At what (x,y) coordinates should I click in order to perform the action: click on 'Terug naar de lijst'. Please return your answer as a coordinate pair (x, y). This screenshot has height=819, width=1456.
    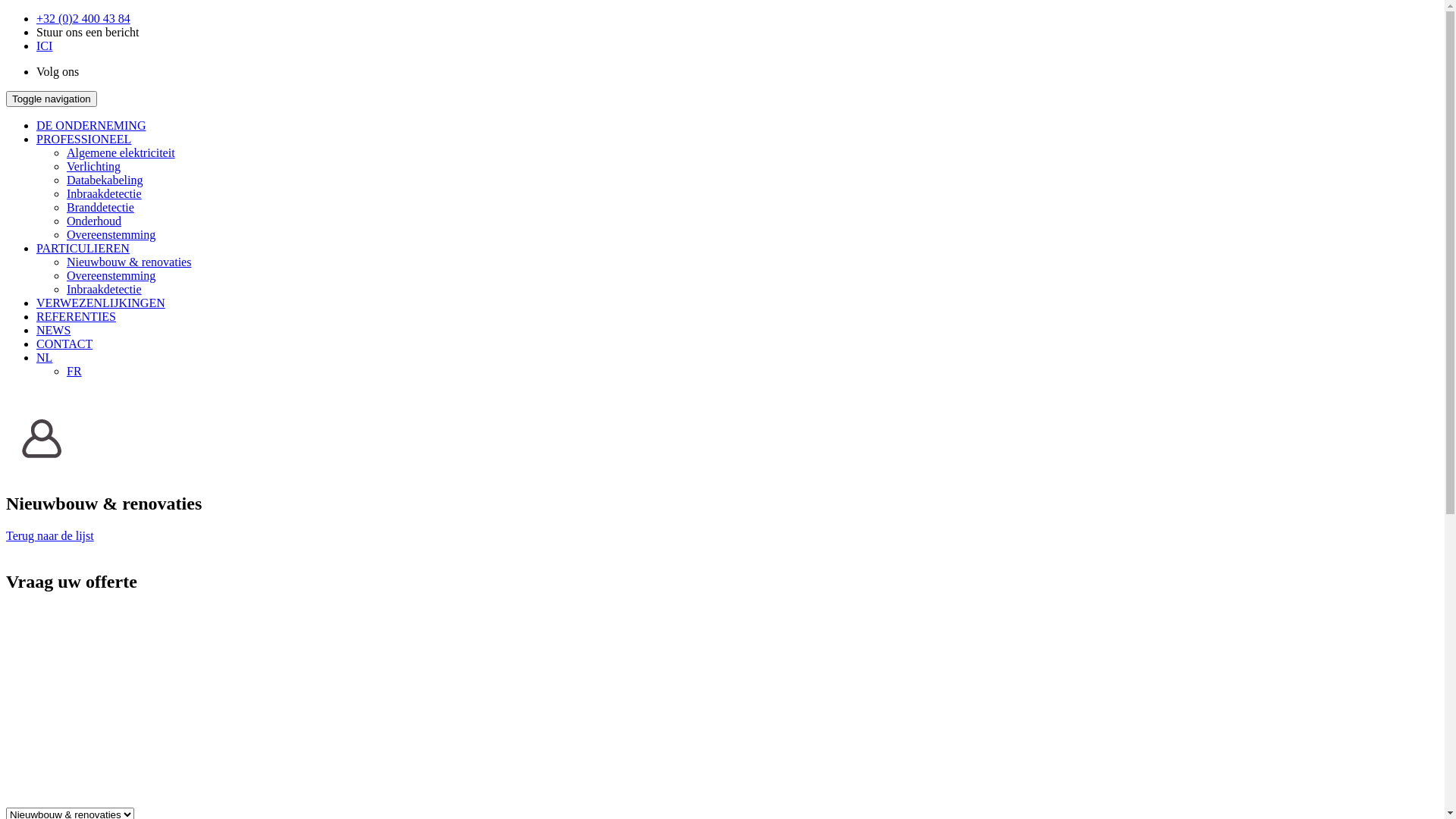
    Looking at the image, I should click on (6, 535).